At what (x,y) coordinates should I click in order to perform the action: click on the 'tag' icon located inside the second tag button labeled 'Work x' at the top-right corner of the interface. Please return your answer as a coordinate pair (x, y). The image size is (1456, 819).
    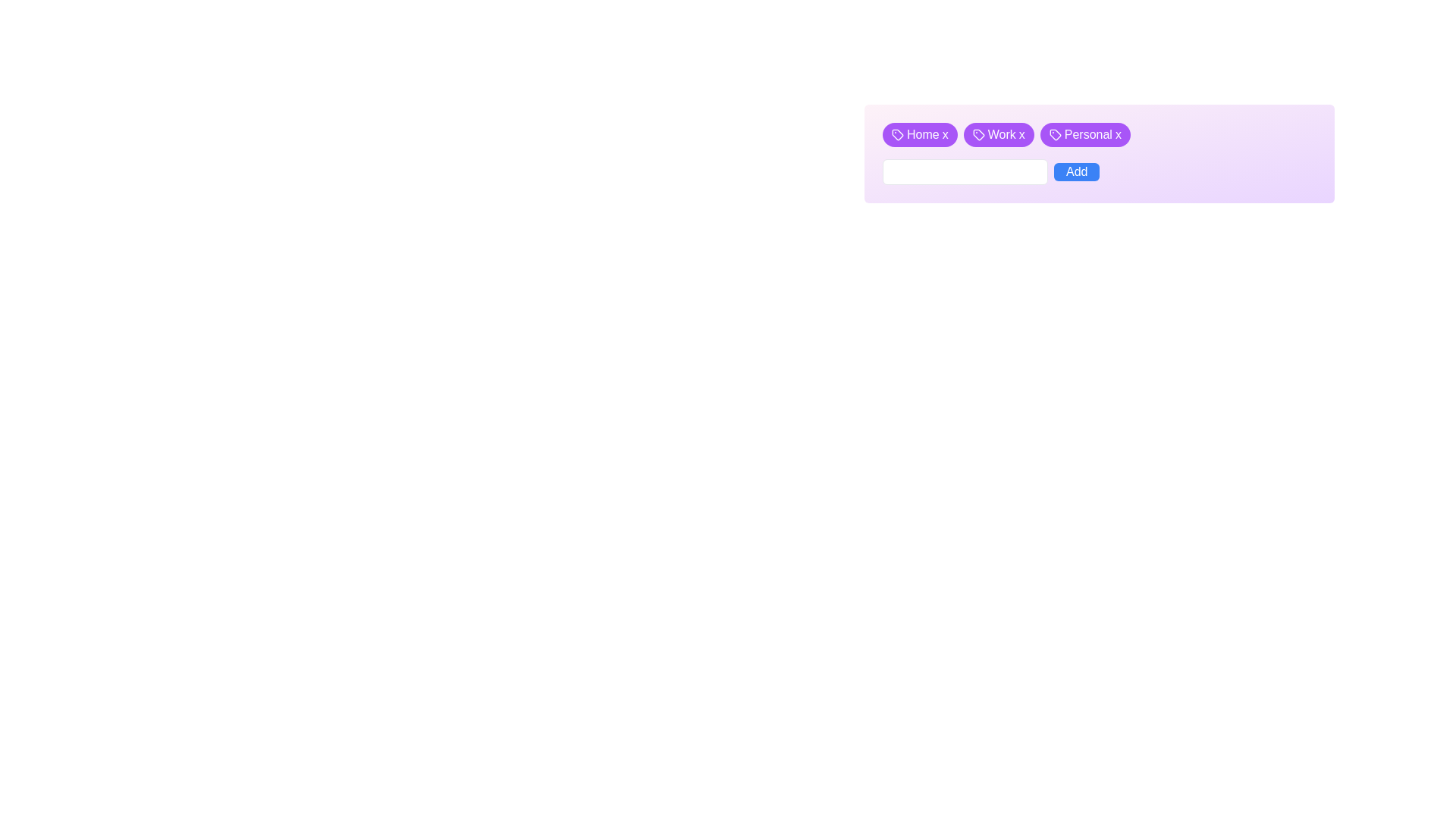
    Looking at the image, I should click on (978, 133).